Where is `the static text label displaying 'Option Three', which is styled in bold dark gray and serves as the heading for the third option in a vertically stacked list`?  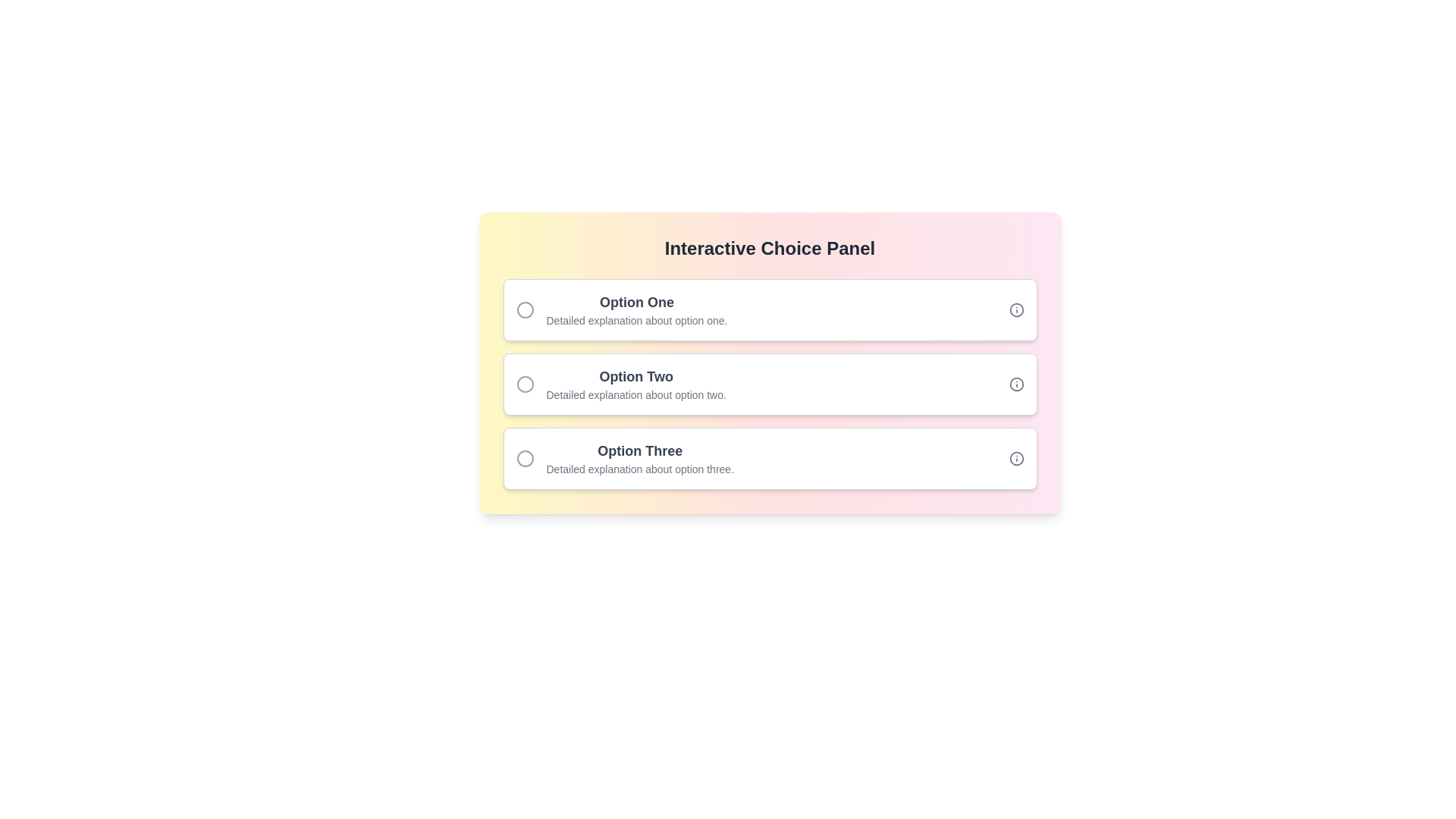
the static text label displaying 'Option Three', which is styled in bold dark gray and serves as the heading for the third option in a vertically stacked list is located at coordinates (640, 450).